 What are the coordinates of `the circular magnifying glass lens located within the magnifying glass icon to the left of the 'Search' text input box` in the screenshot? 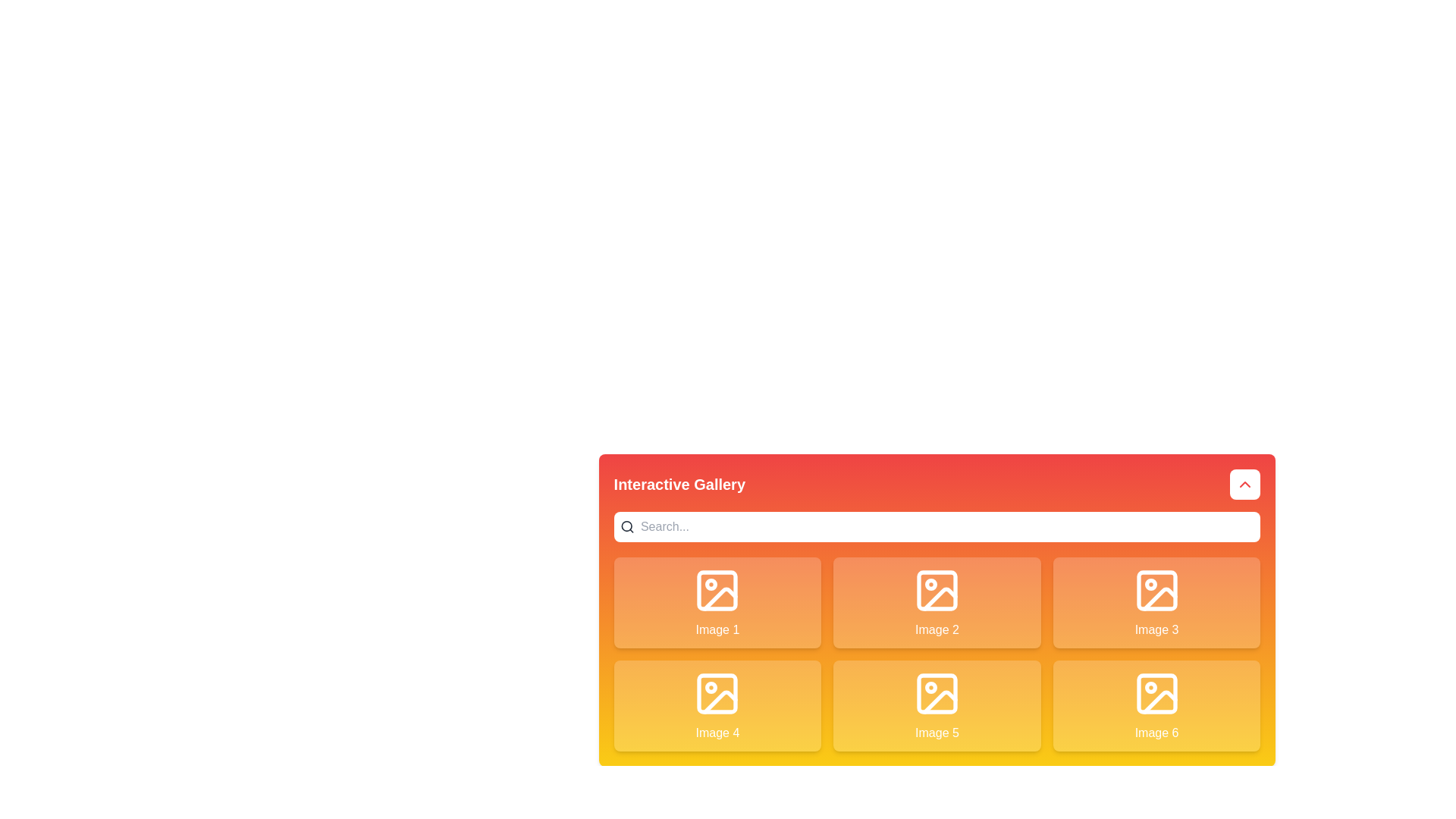 It's located at (626, 526).